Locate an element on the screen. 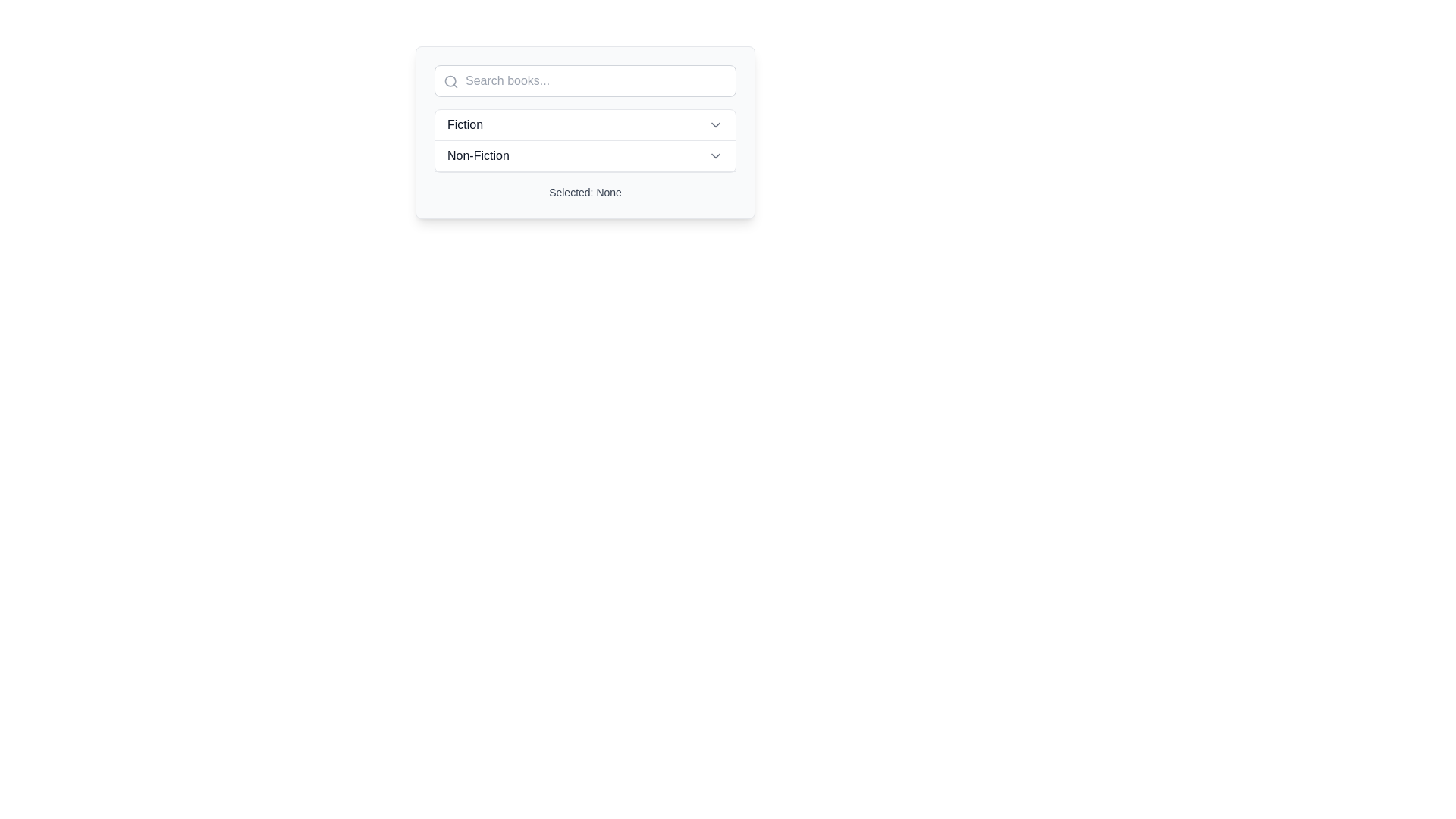 Image resolution: width=1456 pixels, height=819 pixels. the static text display that shows the currently selected option from the dropdown menus above, located beneath the 'Non-Fiction' dropdown menu in the 'Search books' panel is located at coordinates (585, 192).